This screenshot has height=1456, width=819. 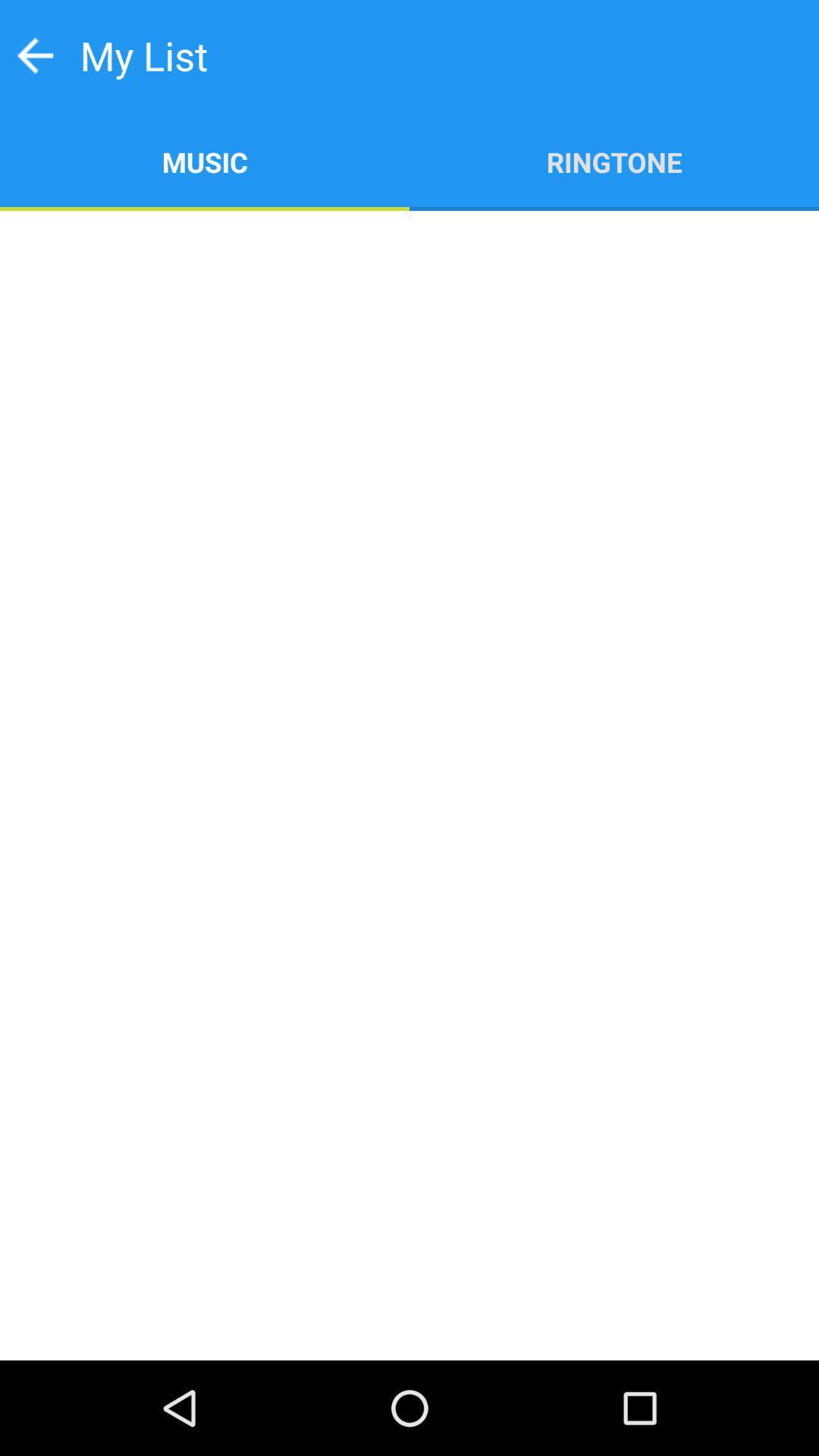 What do you see at coordinates (614, 161) in the screenshot?
I see `item to the right of music icon` at bounding box center [614, 161].